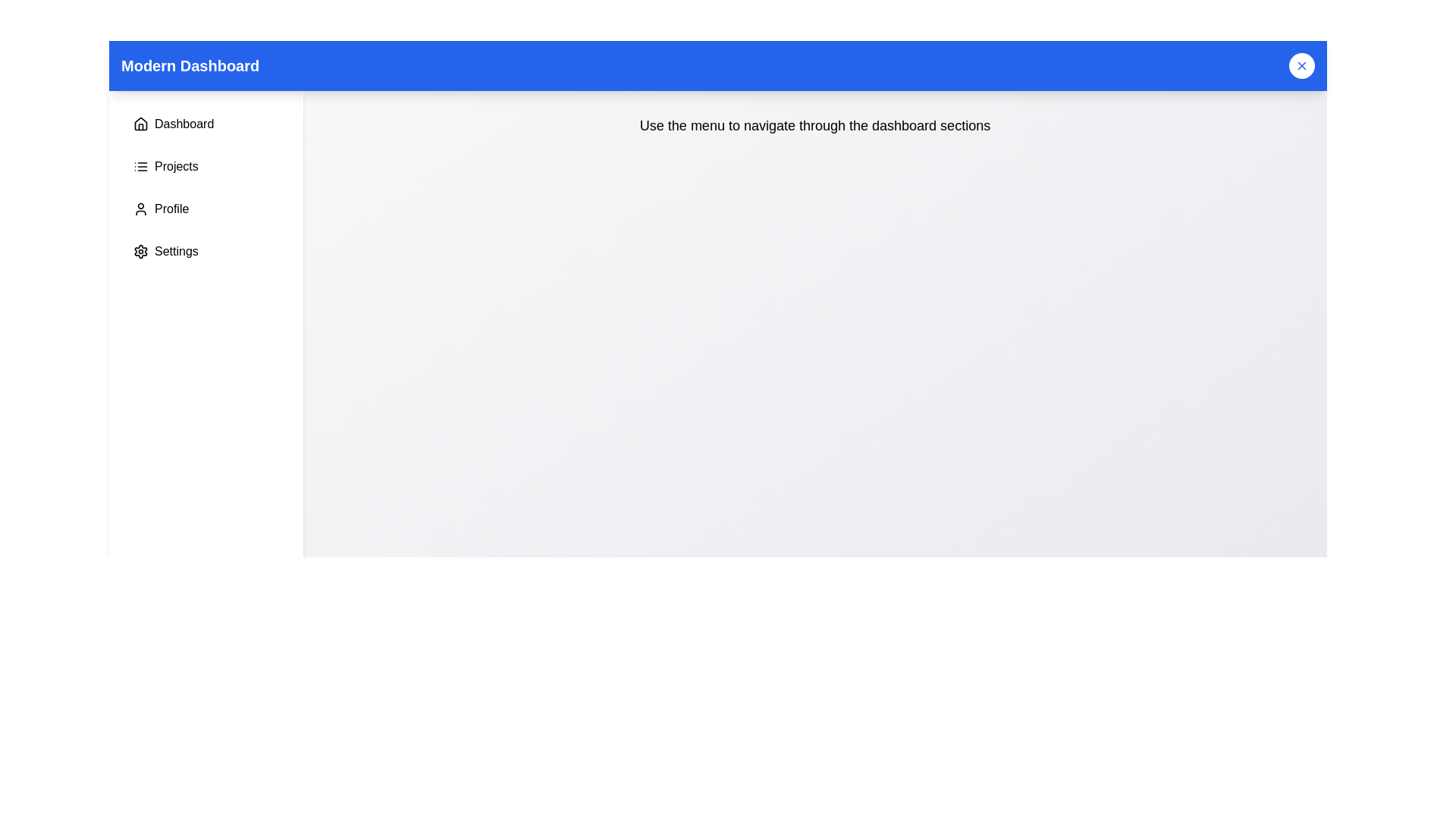 The image size is (1456, 819). Describe the element at coordinates (190, 65) in the screenshot. I see `text displayed in the heading located in the top-left corner of the dashboard interface, which is a blue bar indicating the name or purpose of the current view` at that location.